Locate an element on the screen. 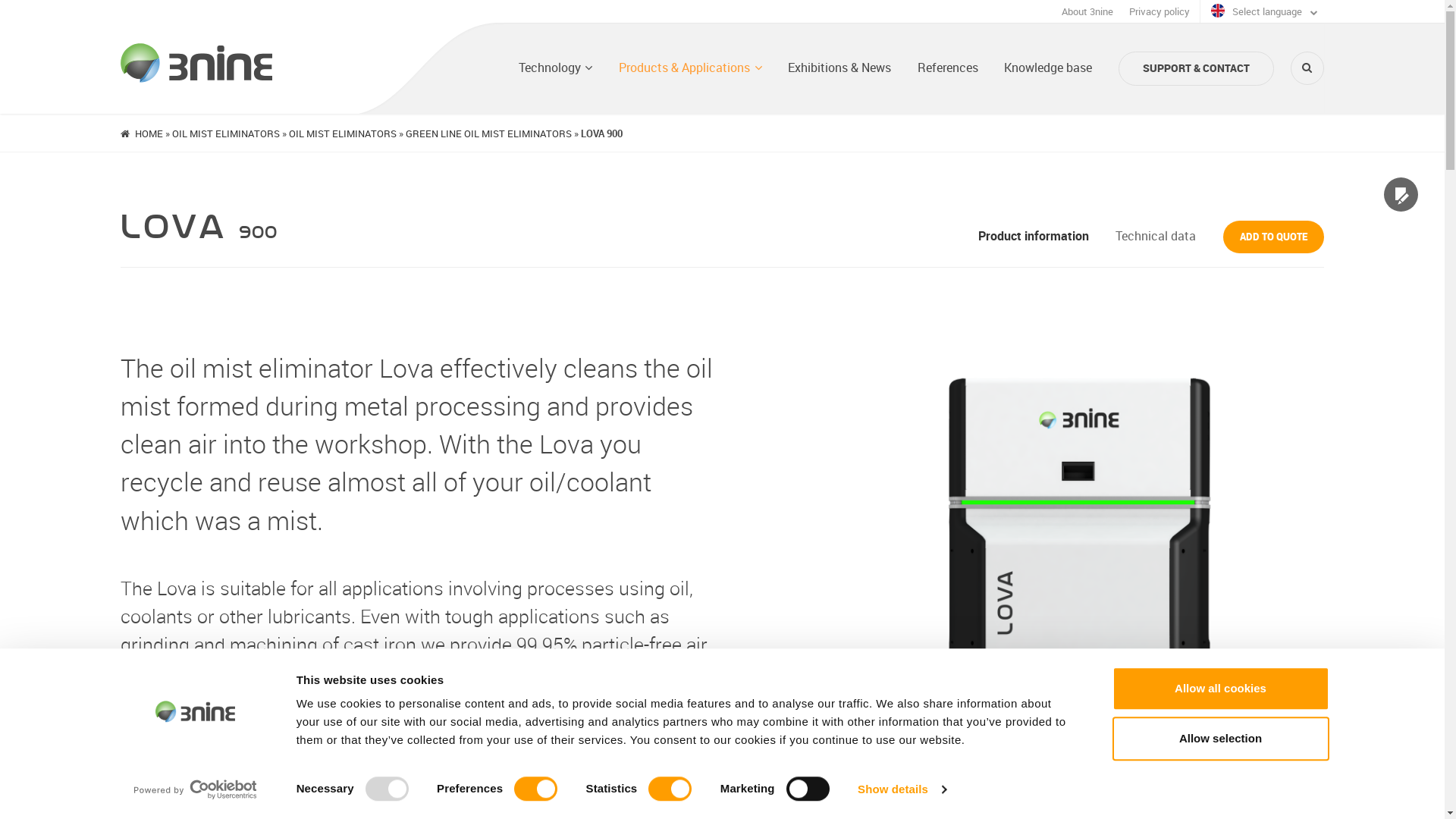 This screenshot has height=819, width=1456. 'SUPPORT & CONTACT' is located at coordinates (1195, 68).